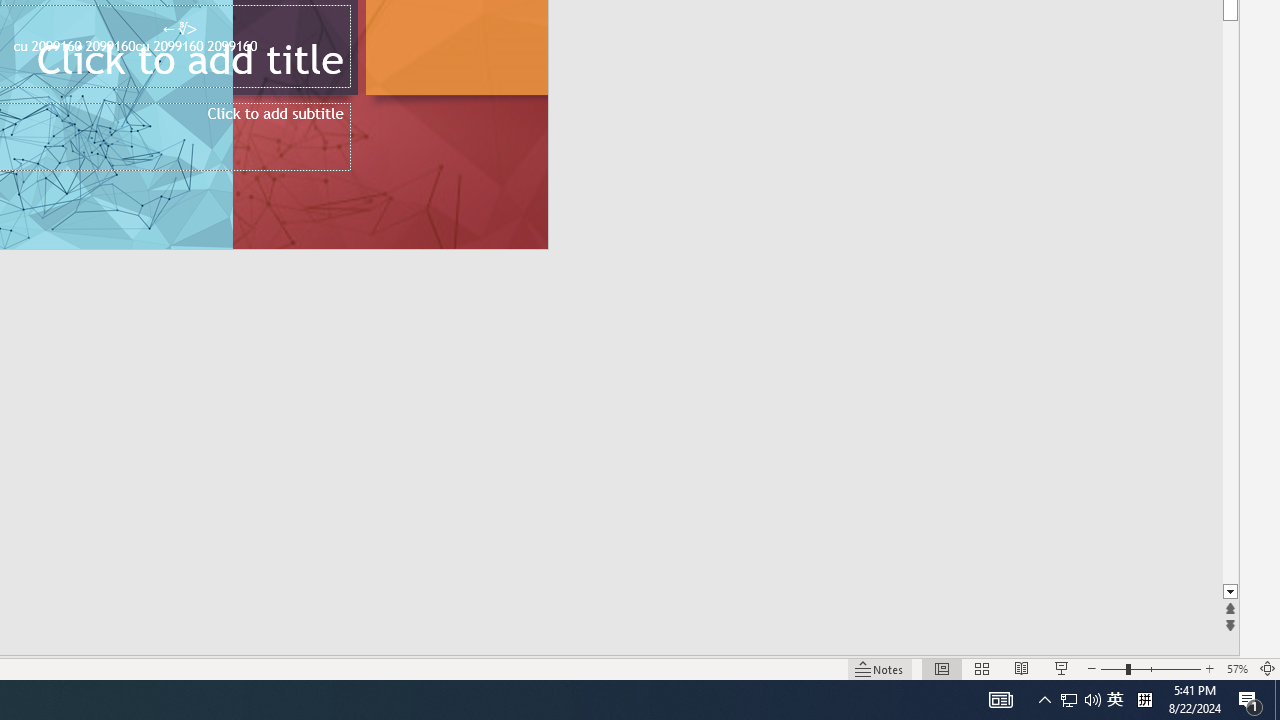  What do you see at coordinates (179, 29) in the screenshot?
I see `'TextBox 7'` at bounding box center [179, 29].